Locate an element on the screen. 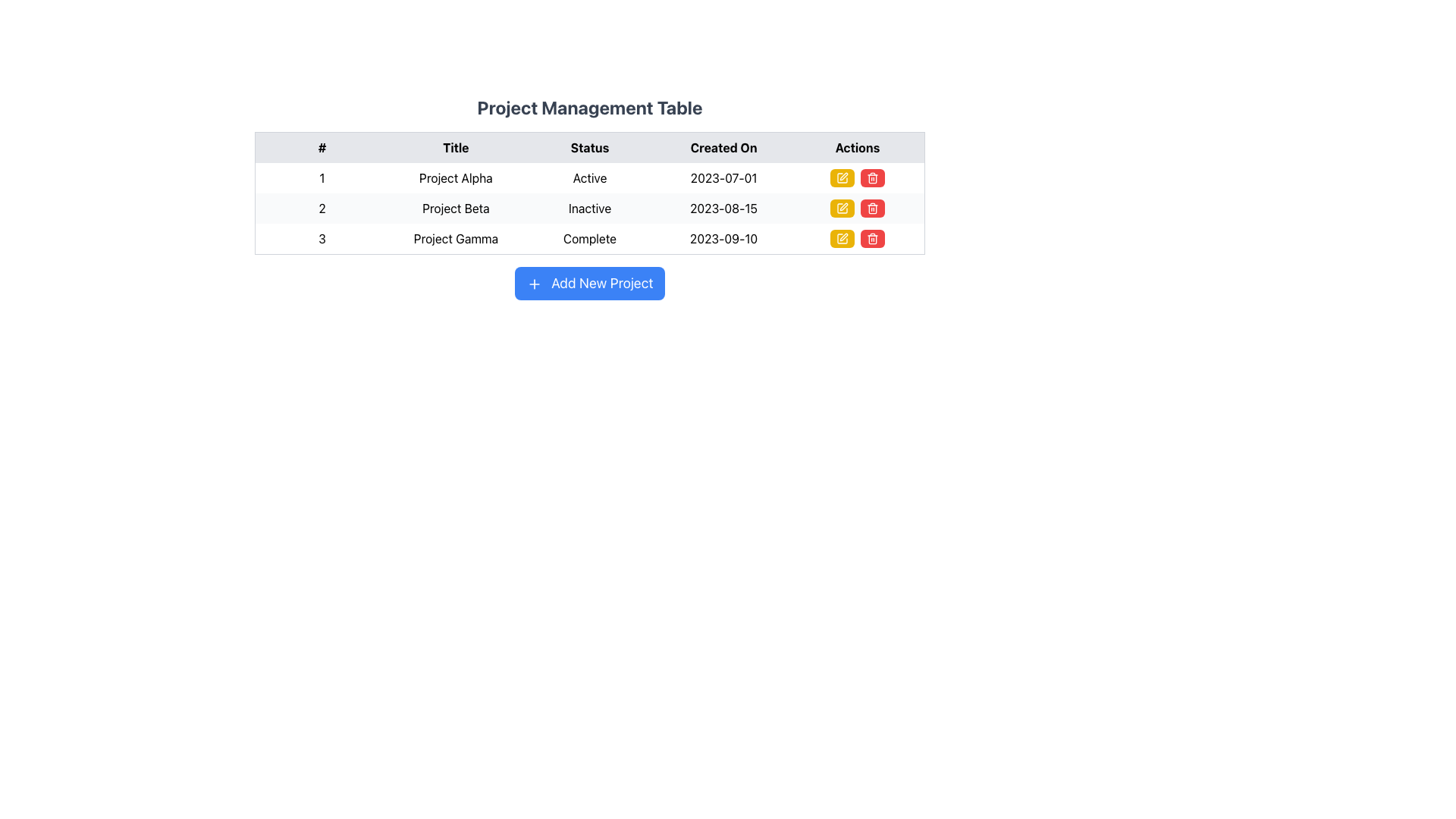 The width and height of the screenshot is (1456, 819). the 'Active' text label in the 'Status' column of the 'Project Management Table' for the first project, 'Project Alpha' is located at coordinates (588, 177).